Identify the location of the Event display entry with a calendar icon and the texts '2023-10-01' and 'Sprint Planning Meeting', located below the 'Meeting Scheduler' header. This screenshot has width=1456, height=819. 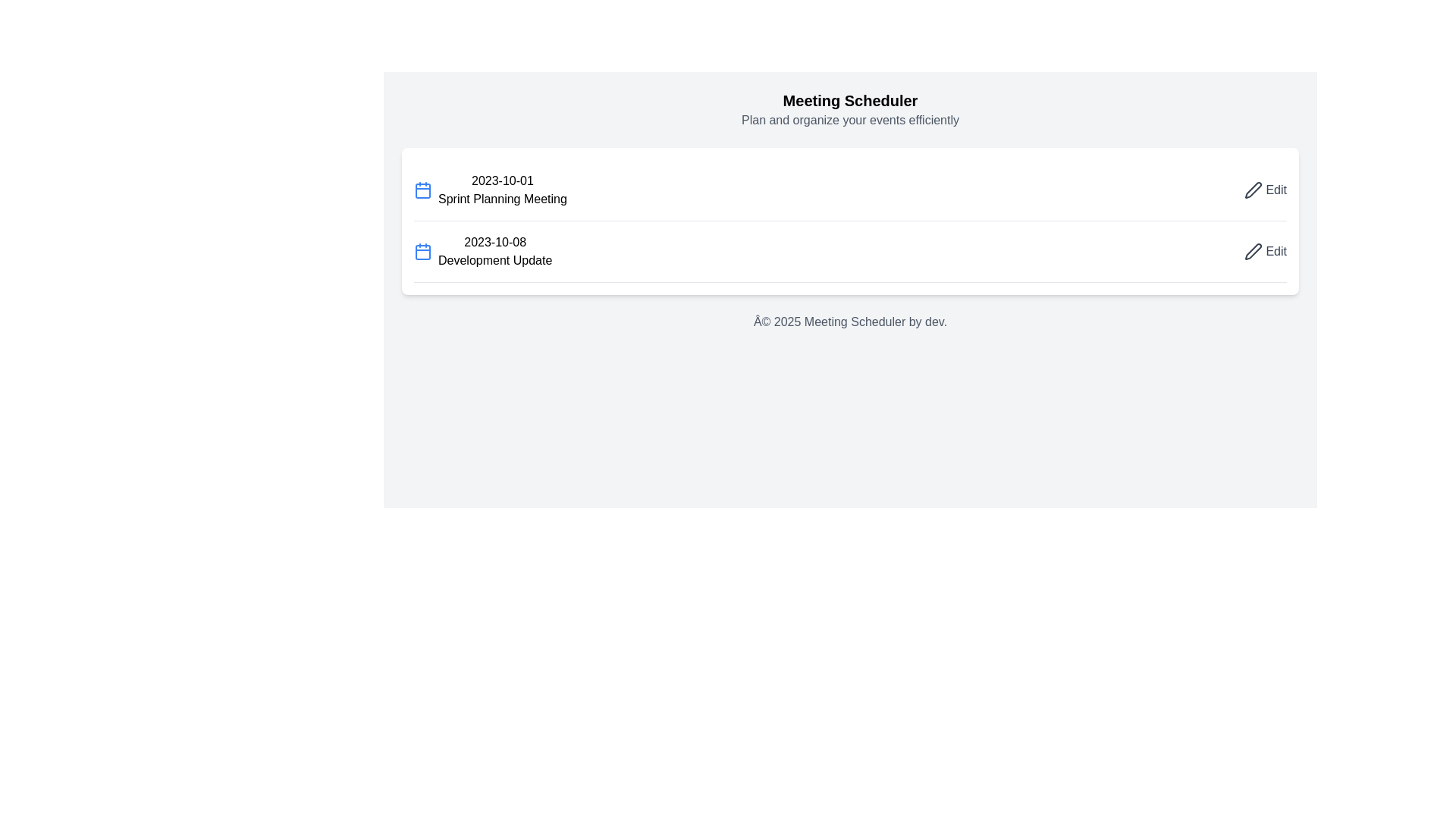
(491, 189).